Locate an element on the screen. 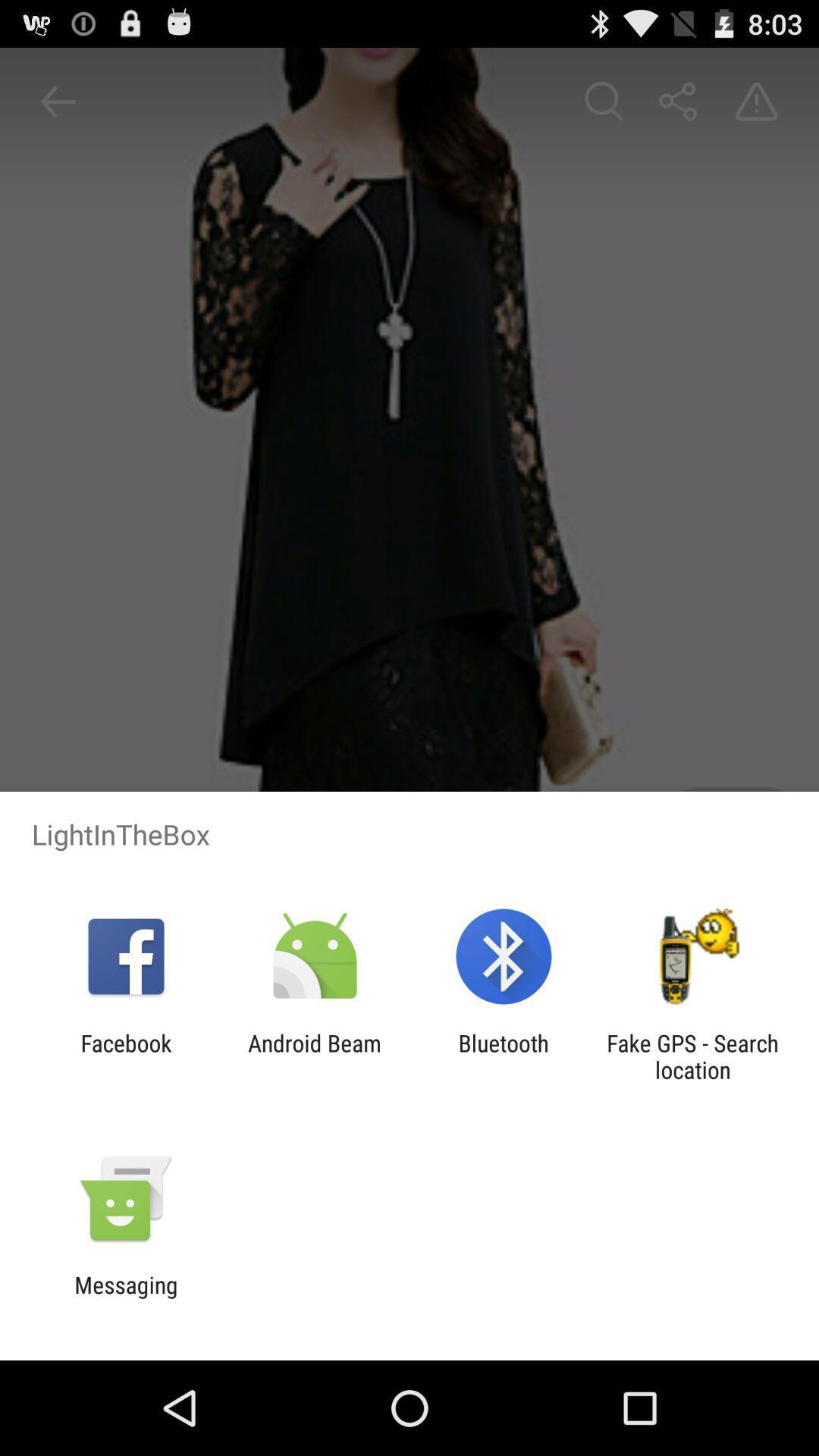 The image size is (819, 1456). the messaging app is located at coordinates (125, 1298).